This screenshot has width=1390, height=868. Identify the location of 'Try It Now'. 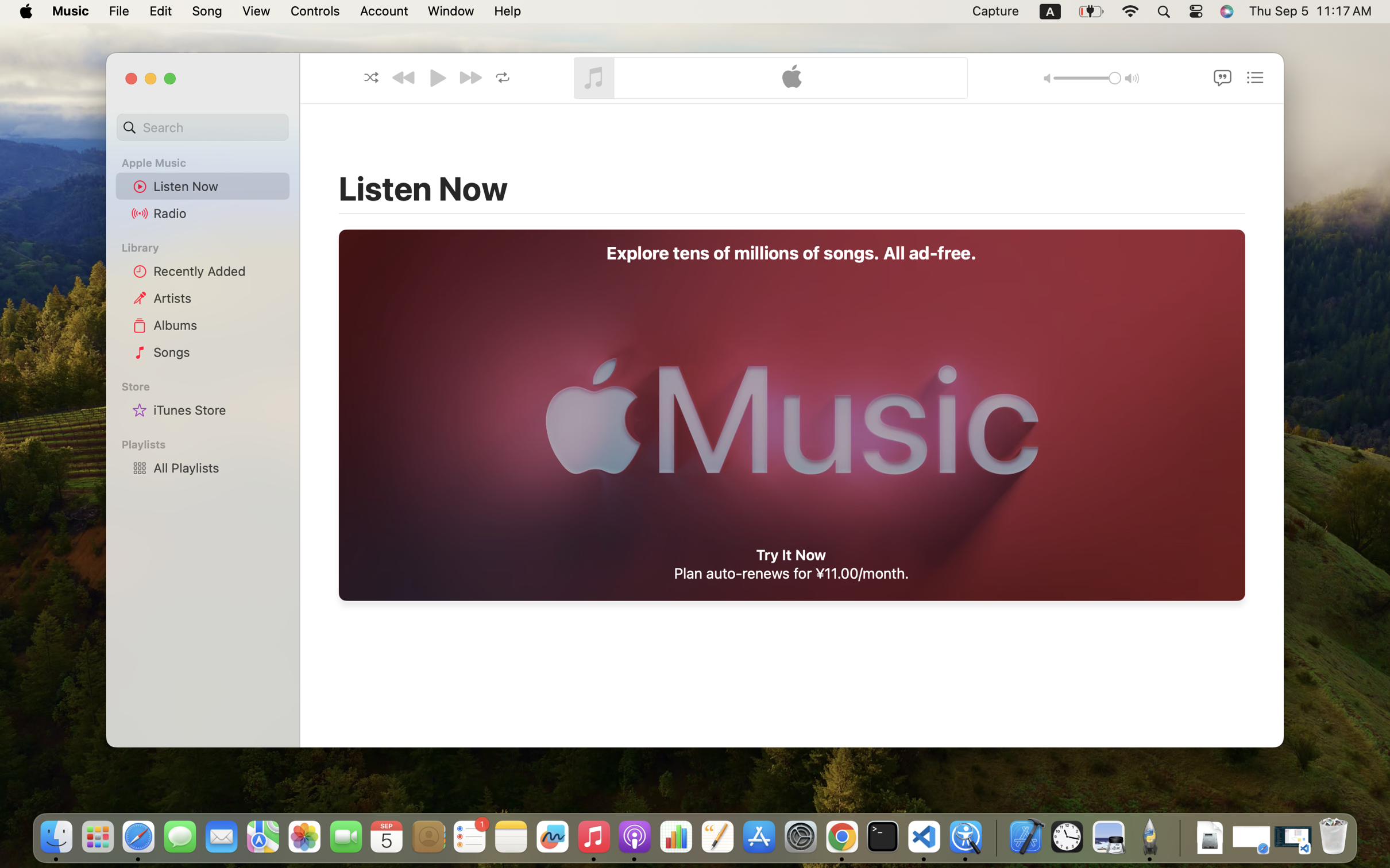
(790, 554).